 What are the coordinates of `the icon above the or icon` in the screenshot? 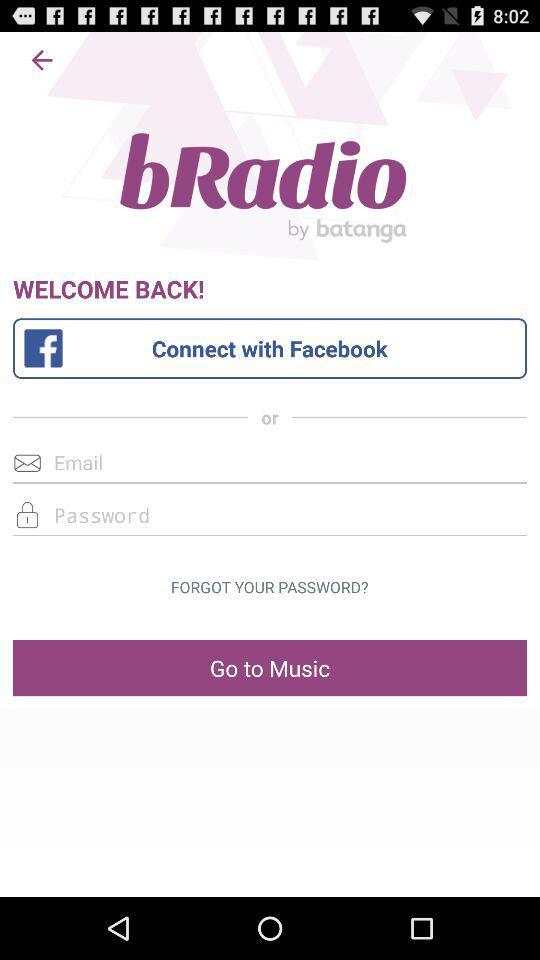 It's located at (270, 348).